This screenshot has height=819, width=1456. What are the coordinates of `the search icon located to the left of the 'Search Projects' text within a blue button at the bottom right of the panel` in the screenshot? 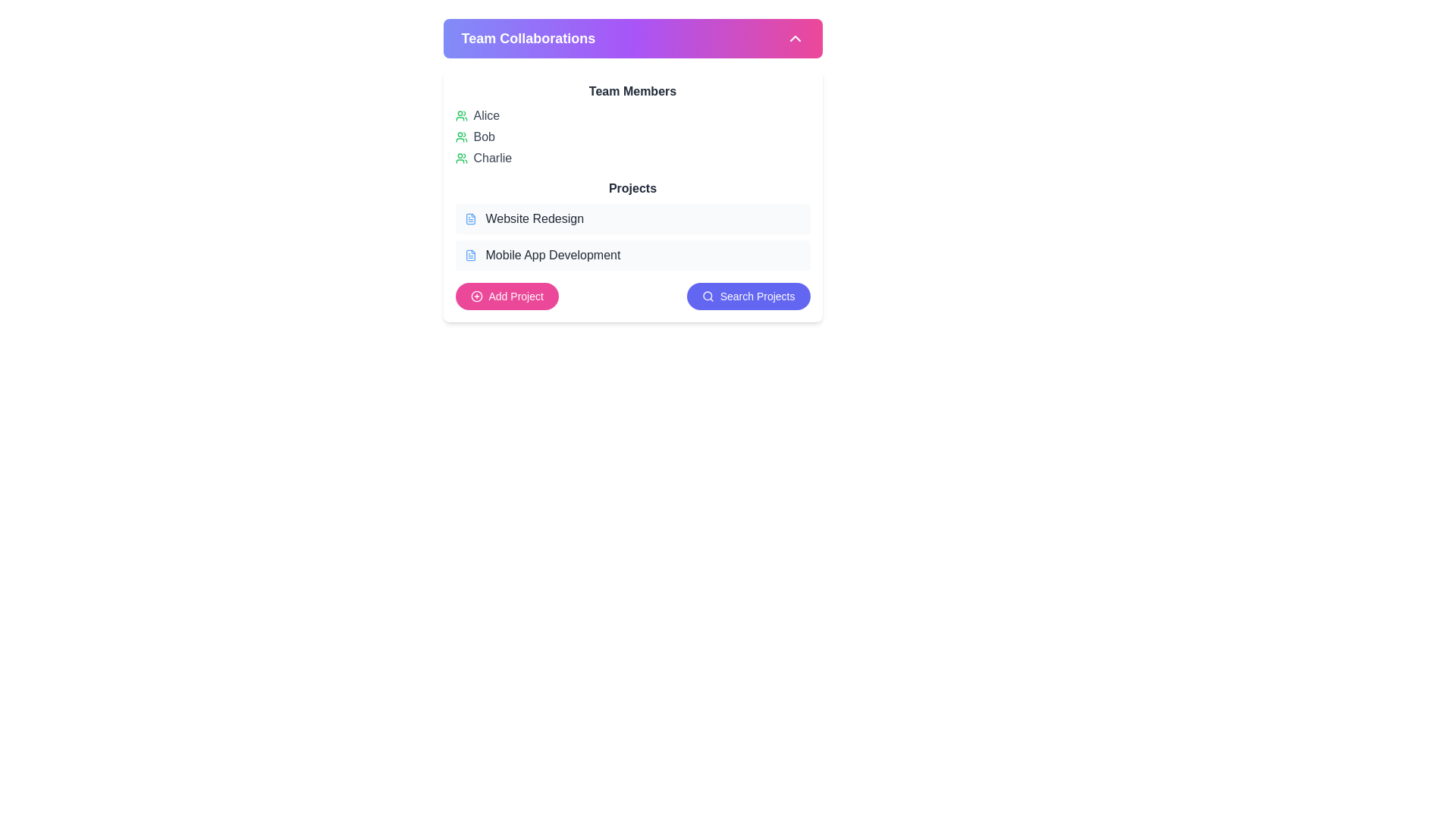 It's located at (707, 296).